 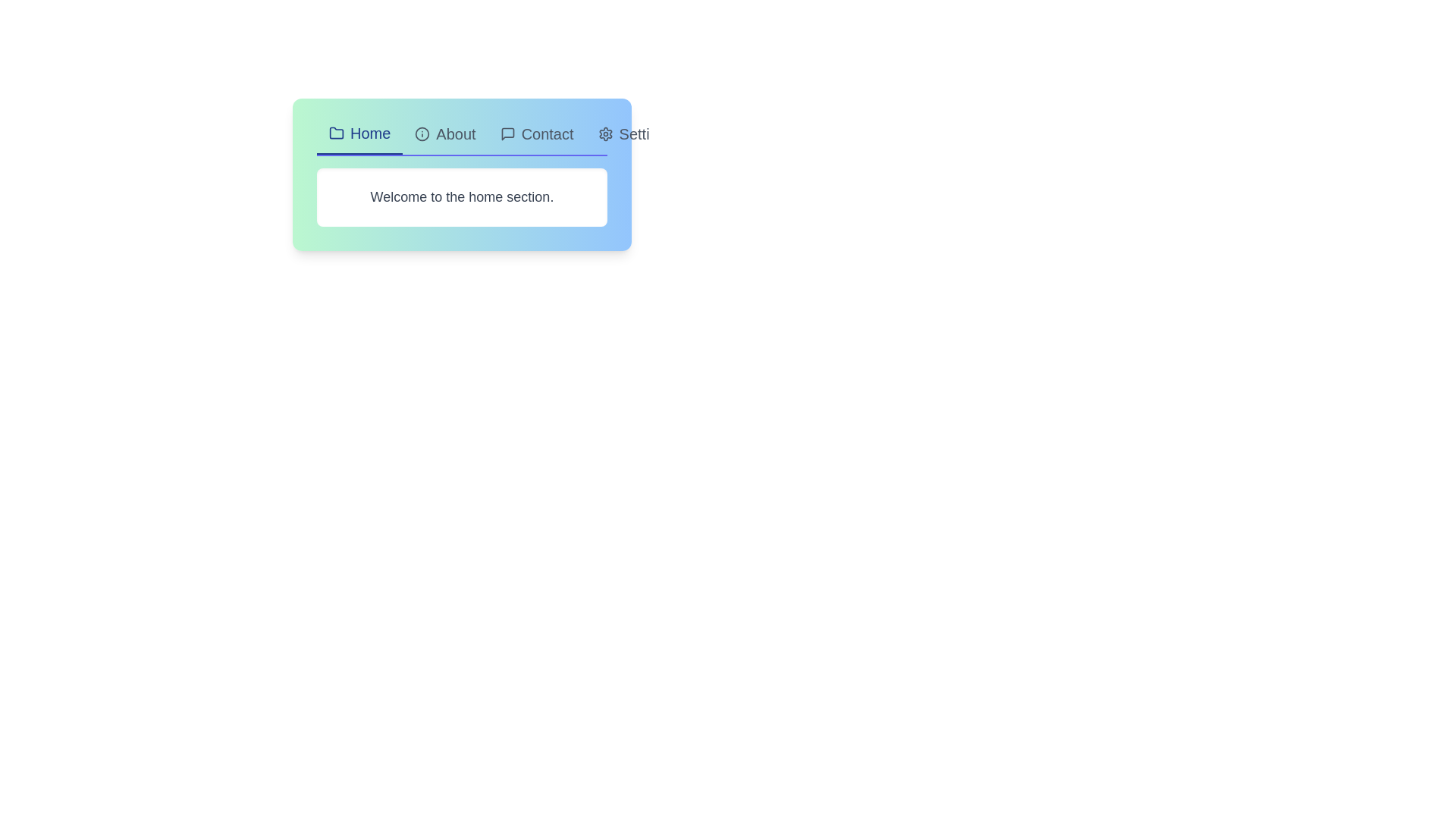 What do you see at coordinates (359, 138) in the screenshot?
I see `the tab labeled Home` at bounding box center [359, 138].